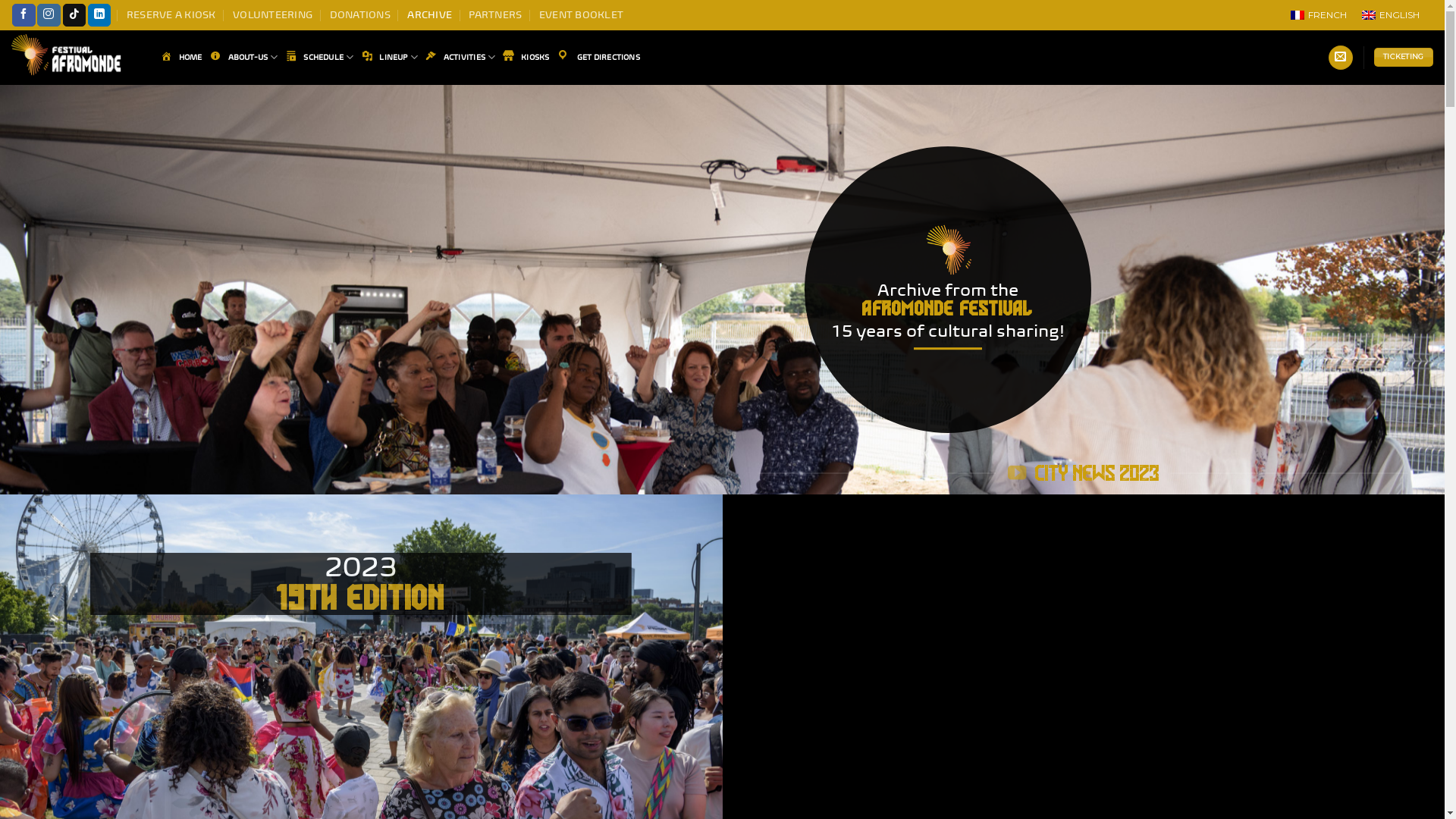  I want to click on 'KIOSKS', so click(502, 57).